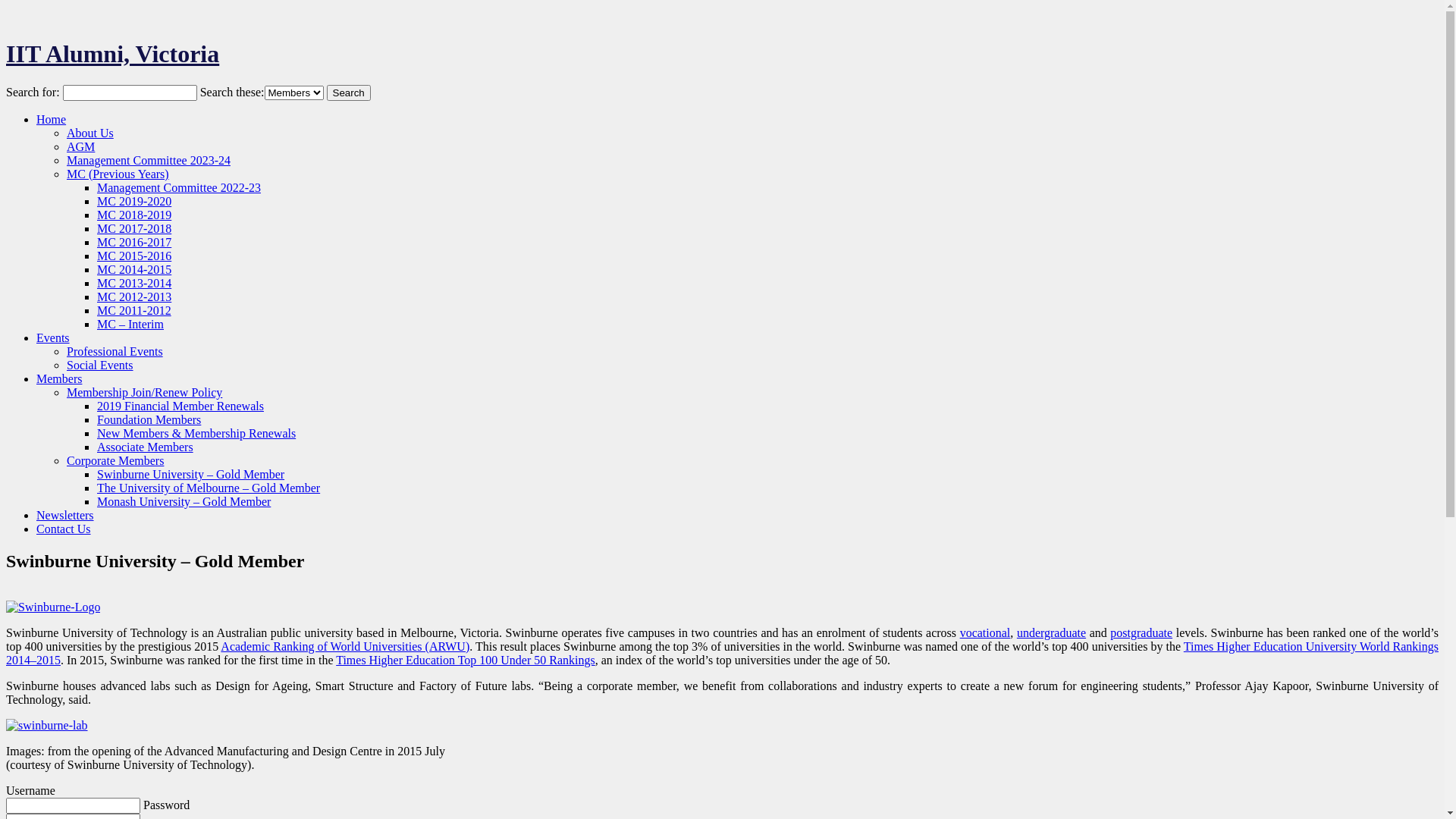  What do you see at coordinates (53, 337) in the screenshot?
I see `'Events'` at bounding box center [53, 337].